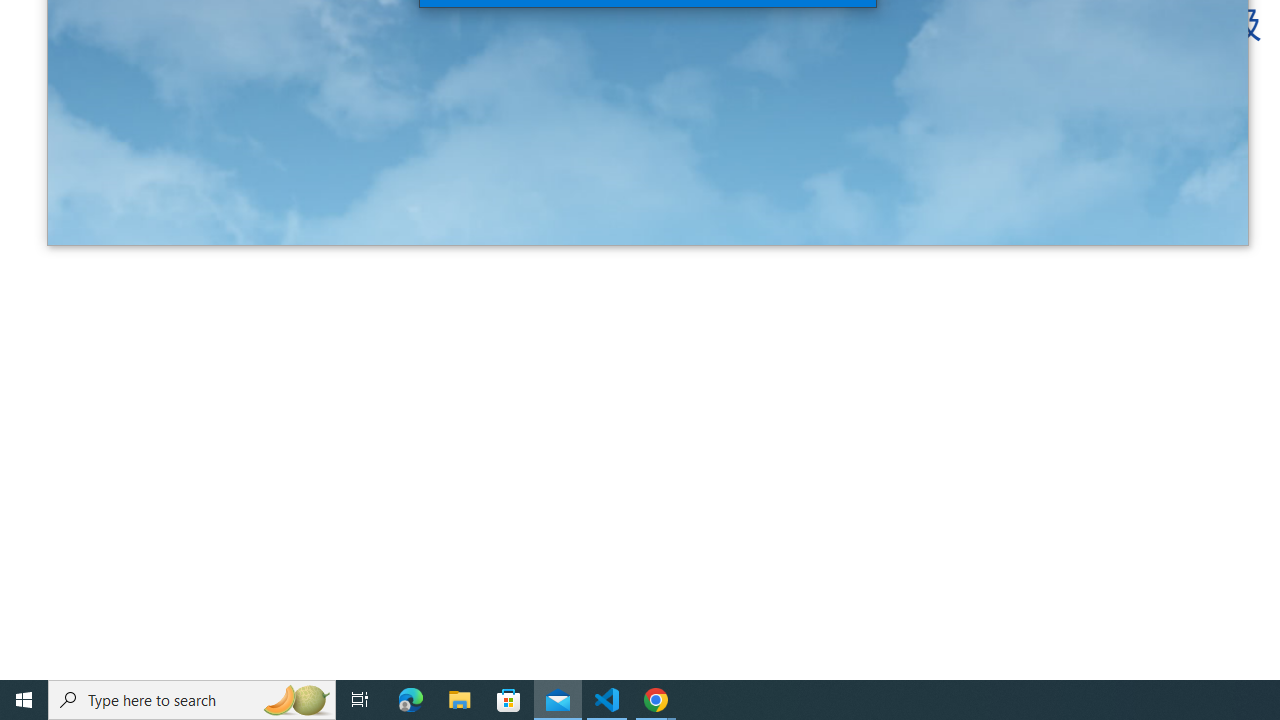 The image size is (1280, 720). What do you see at coordinates (656, 698) in the screenshot?
I see `'Google Chrome - 2 running windows'` at bounding box center [656, 698].